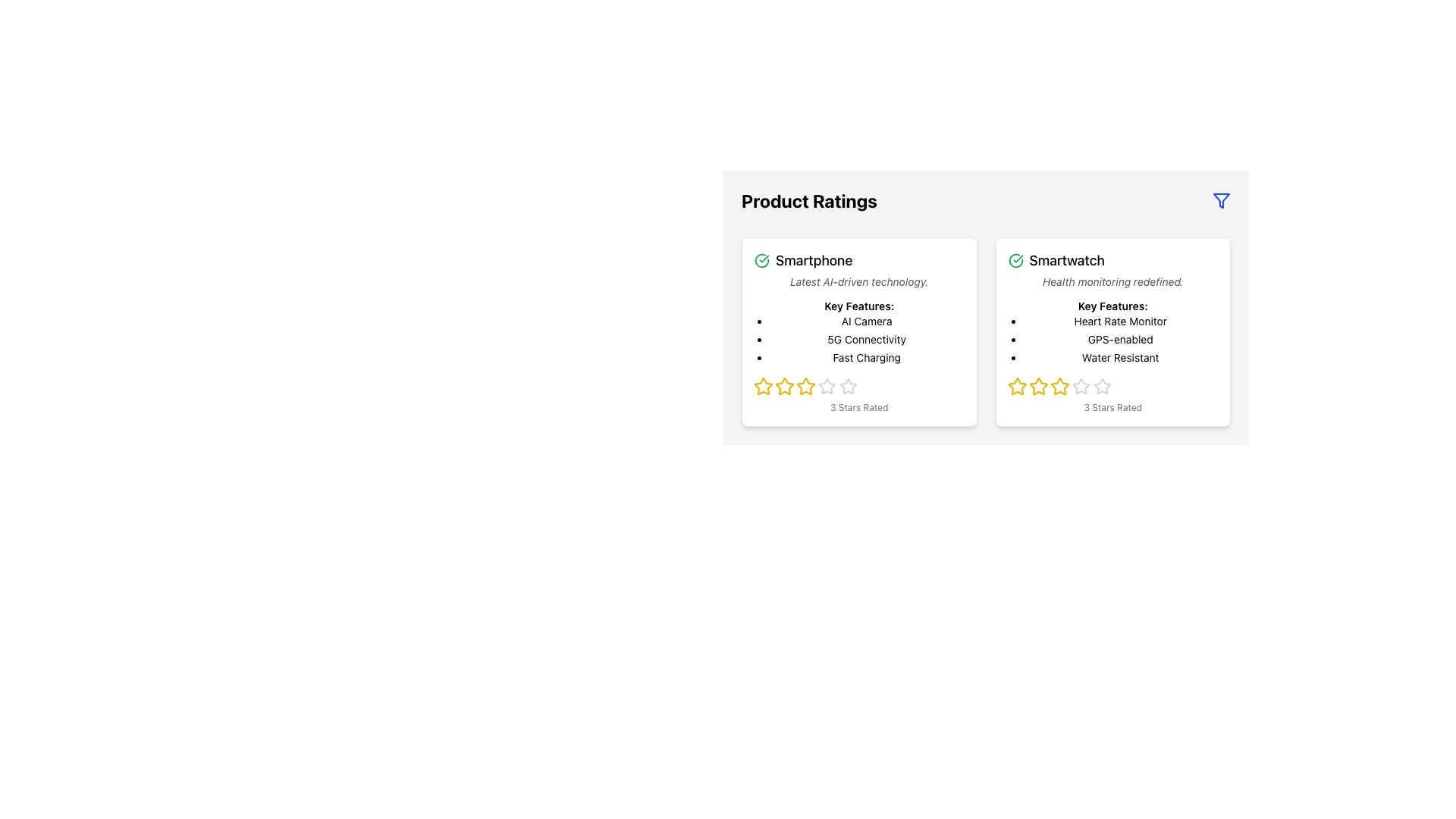  Describe the element at coordinates (1017, 385) in the screenshot. I see `the third star in the five-star rating icon series for the product labeled 'Smartwatch'` at that location.